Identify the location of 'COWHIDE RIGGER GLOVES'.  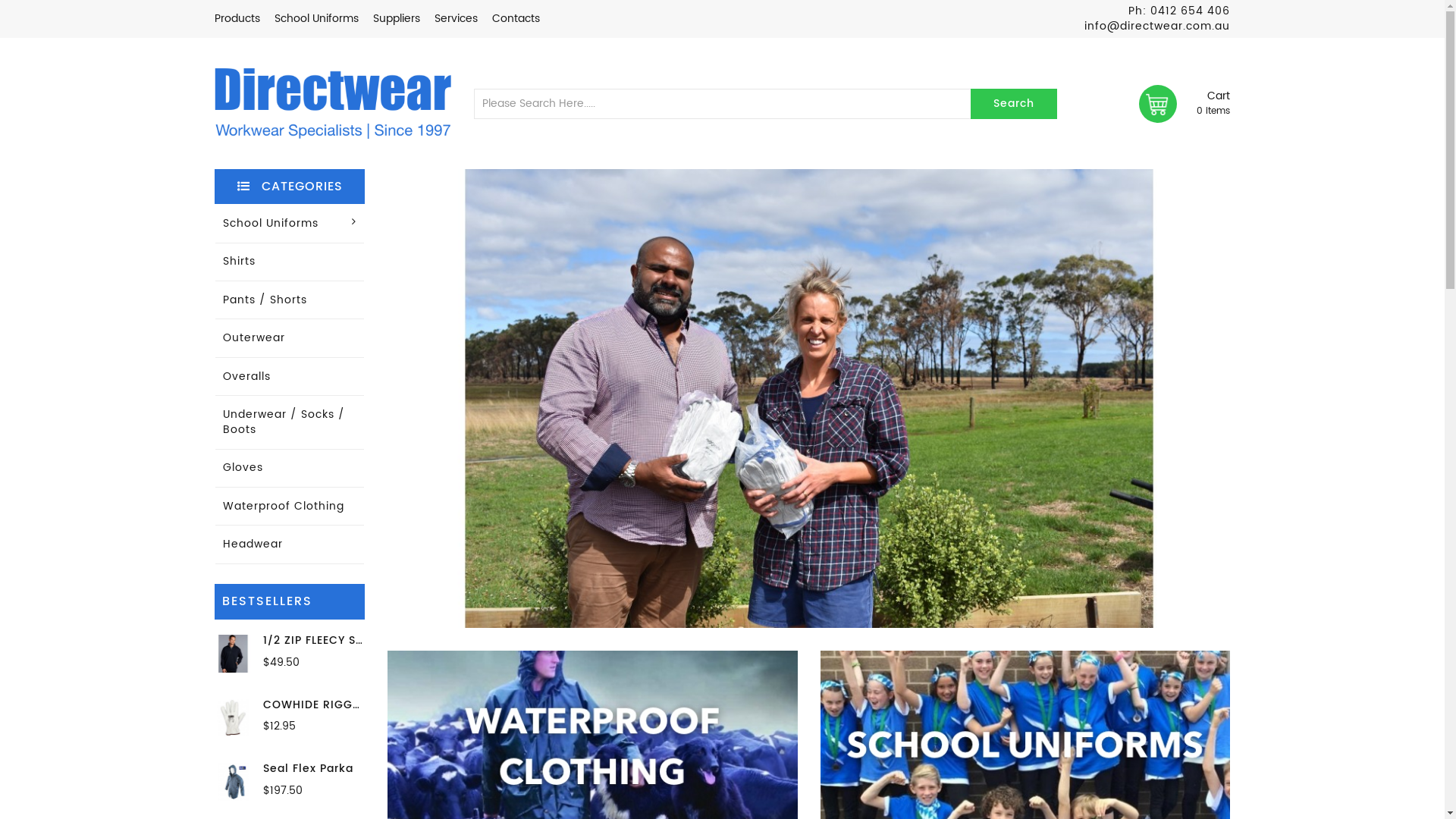
(337, 704).